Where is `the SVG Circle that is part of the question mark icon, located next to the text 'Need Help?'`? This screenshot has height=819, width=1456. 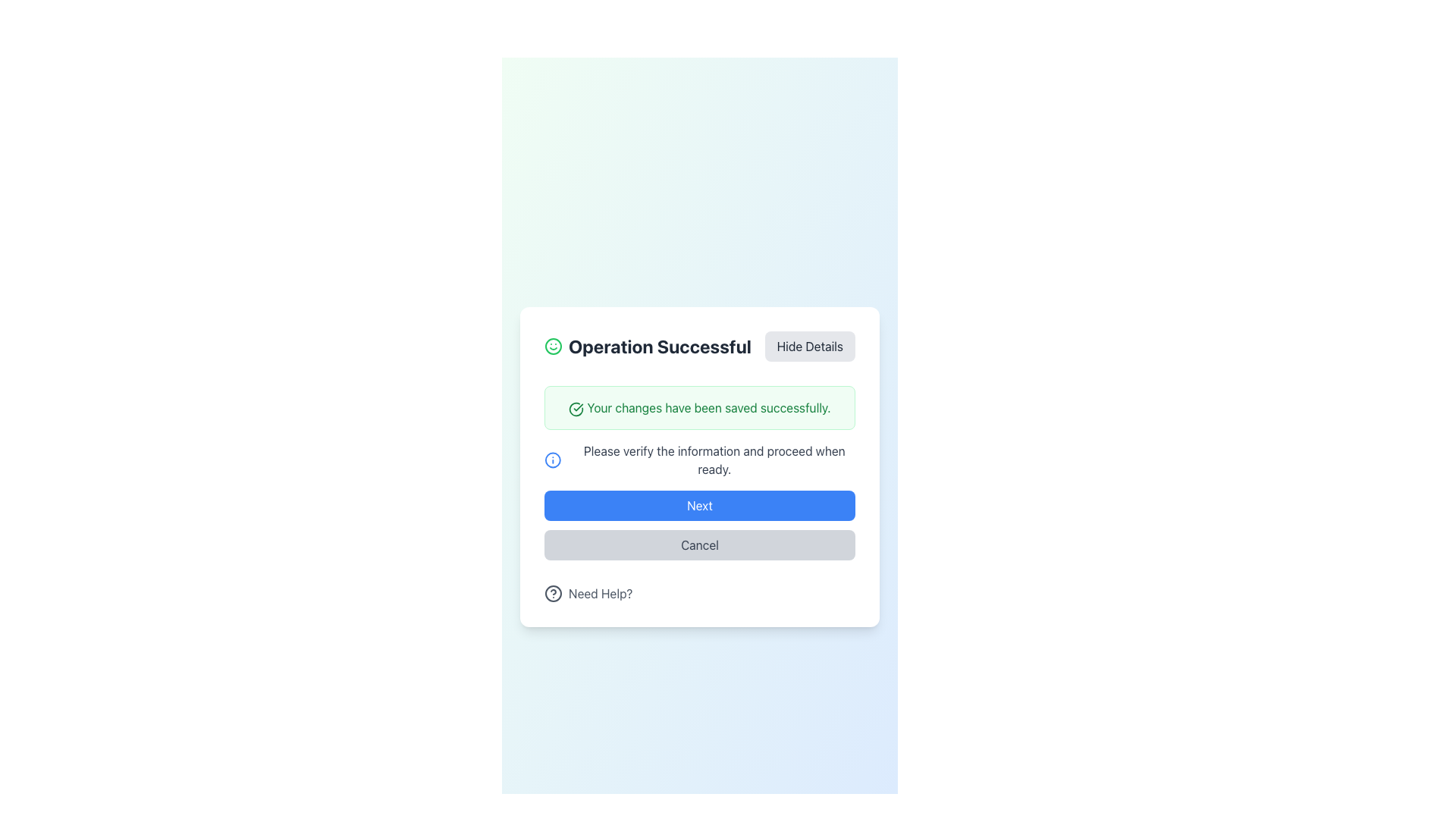 the SVG Circle that is part of the question mark icon, located next to the text 'Need Help?' is located at coordinates (552, 593).